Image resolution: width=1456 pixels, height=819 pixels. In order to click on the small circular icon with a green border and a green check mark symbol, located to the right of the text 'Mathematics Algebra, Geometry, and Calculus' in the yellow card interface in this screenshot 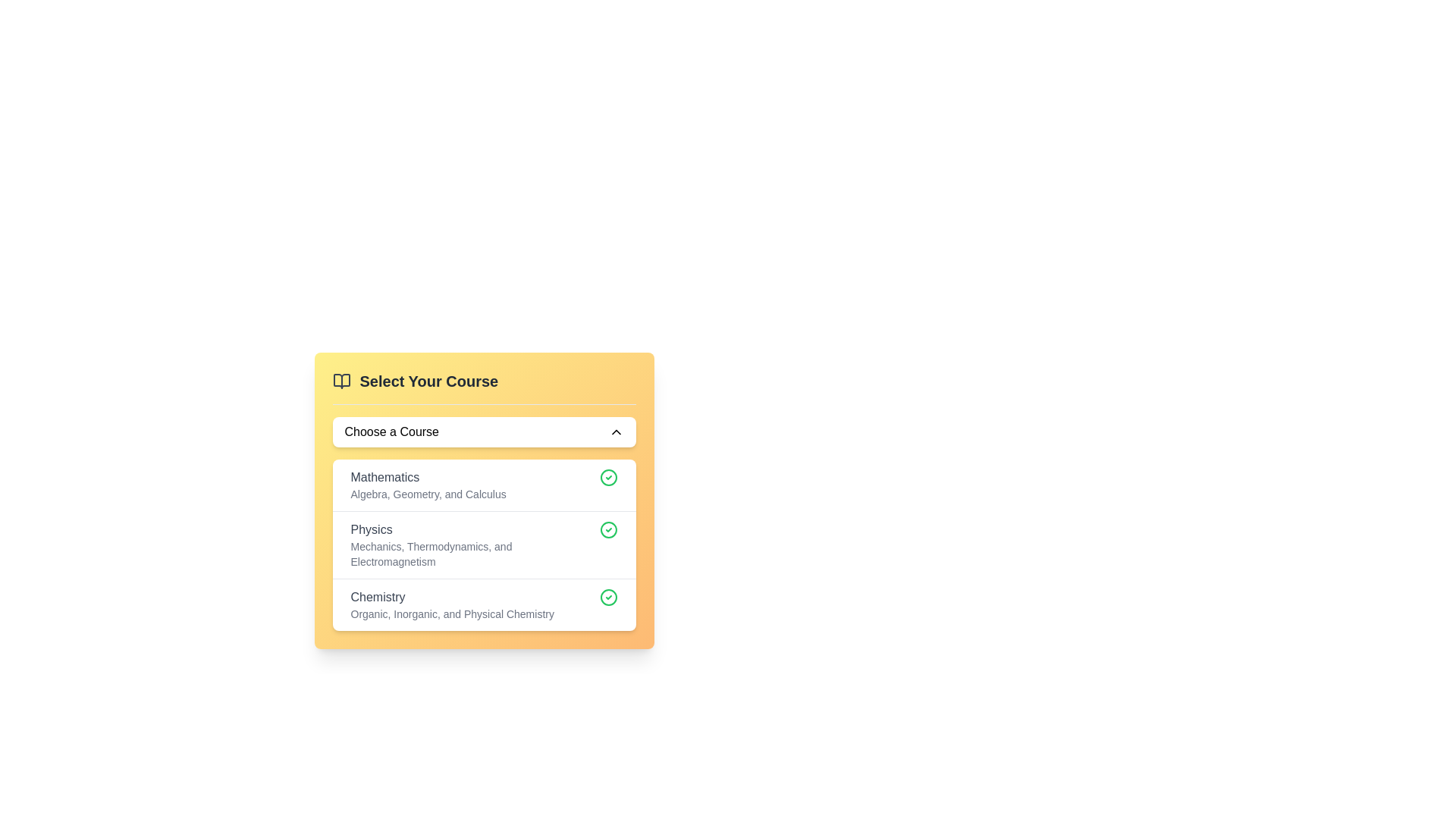, I will do `click(608, 476)`.